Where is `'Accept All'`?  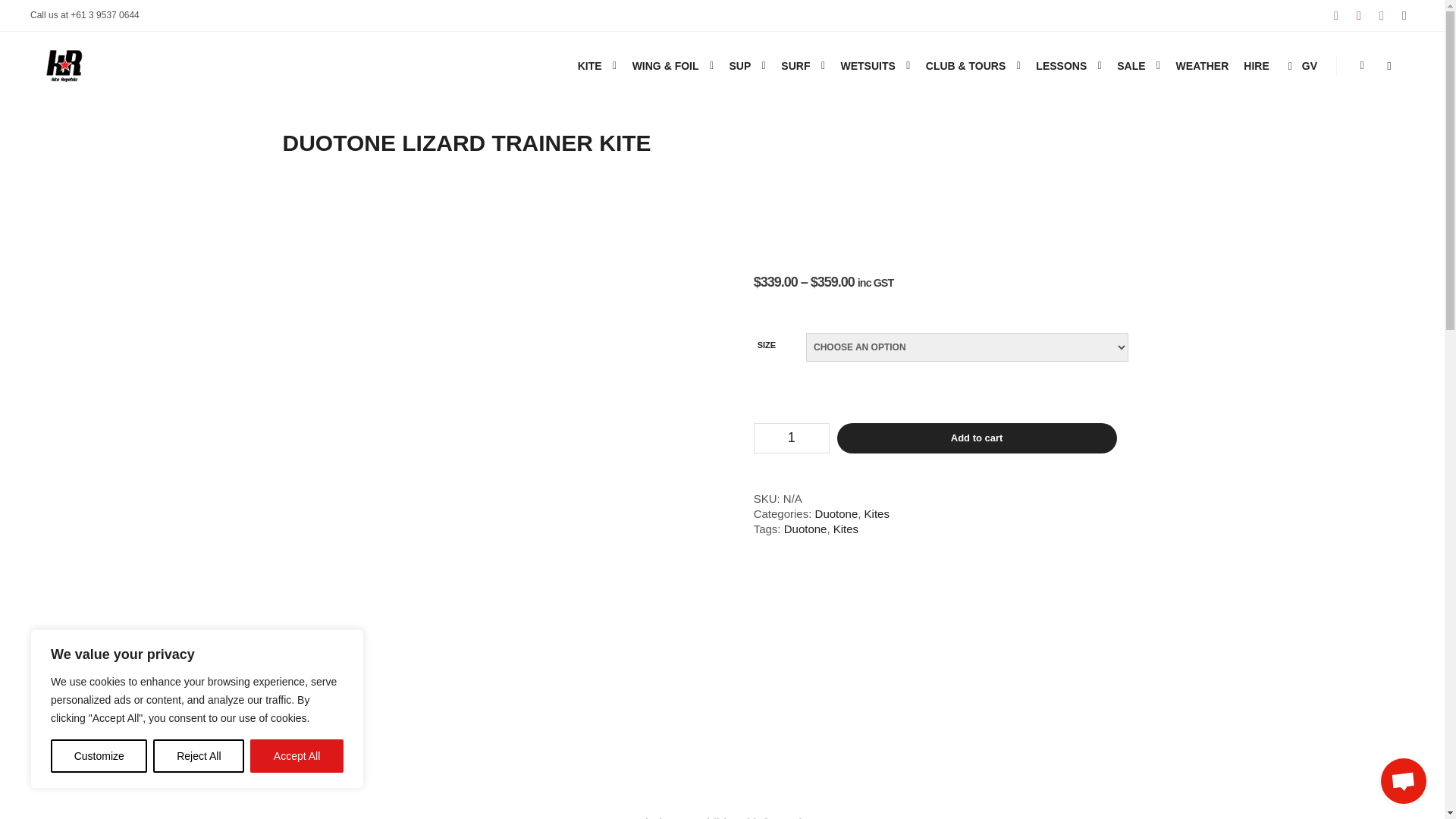
'Accept All' is located at coordinates (297, 755).